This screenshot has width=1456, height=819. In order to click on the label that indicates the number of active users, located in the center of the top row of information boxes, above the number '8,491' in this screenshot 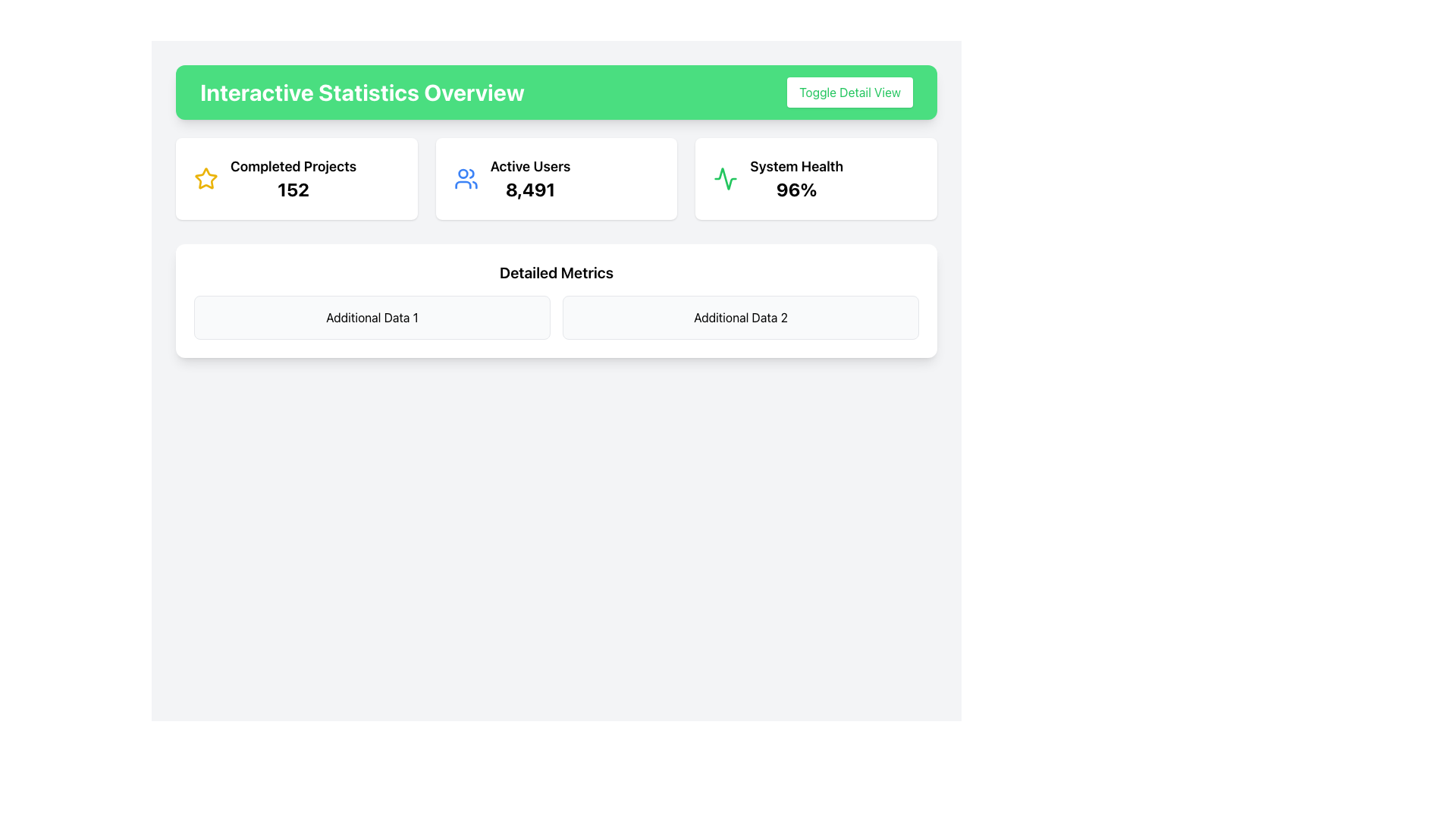, I will do `click(530, 166)`.